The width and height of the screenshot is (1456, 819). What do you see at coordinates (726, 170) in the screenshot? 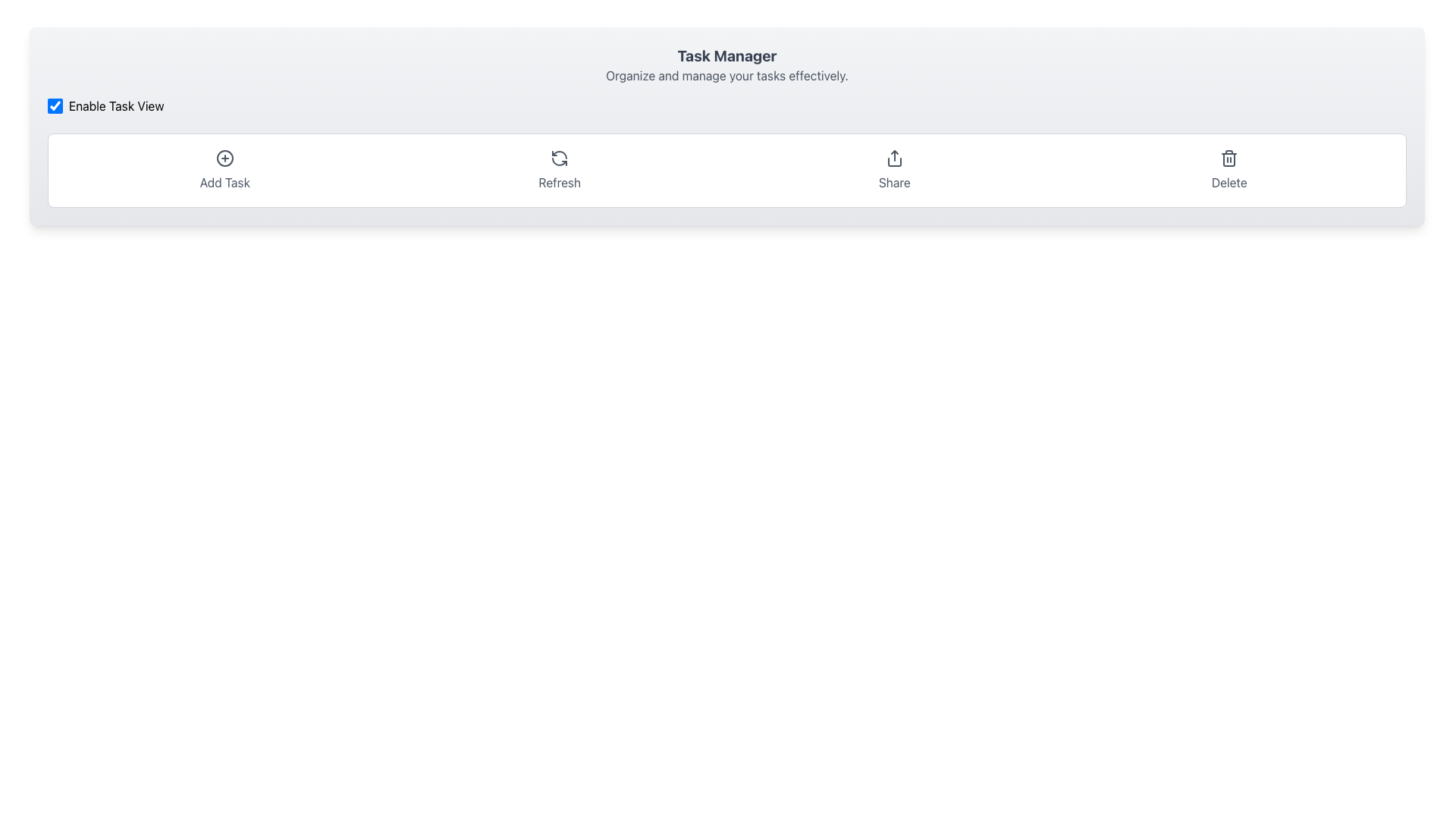
I see `the 'Delete' section of the Toolbar` at bounding box center [726, 170].